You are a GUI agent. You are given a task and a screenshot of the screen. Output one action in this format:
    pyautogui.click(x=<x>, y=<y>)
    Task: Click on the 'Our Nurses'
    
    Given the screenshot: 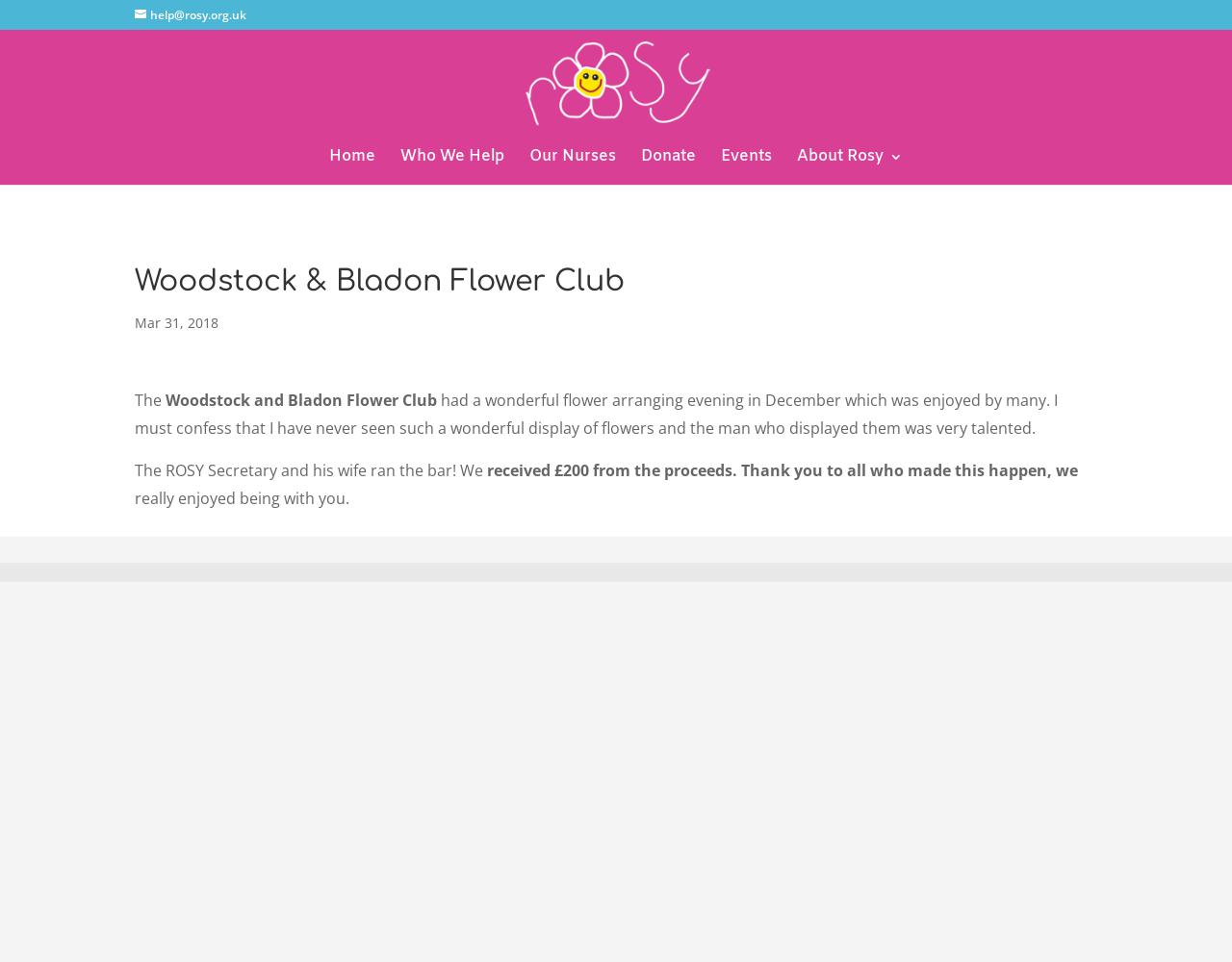 What is the action you would take?
    pyautogui.click(x=571, y=156)
    